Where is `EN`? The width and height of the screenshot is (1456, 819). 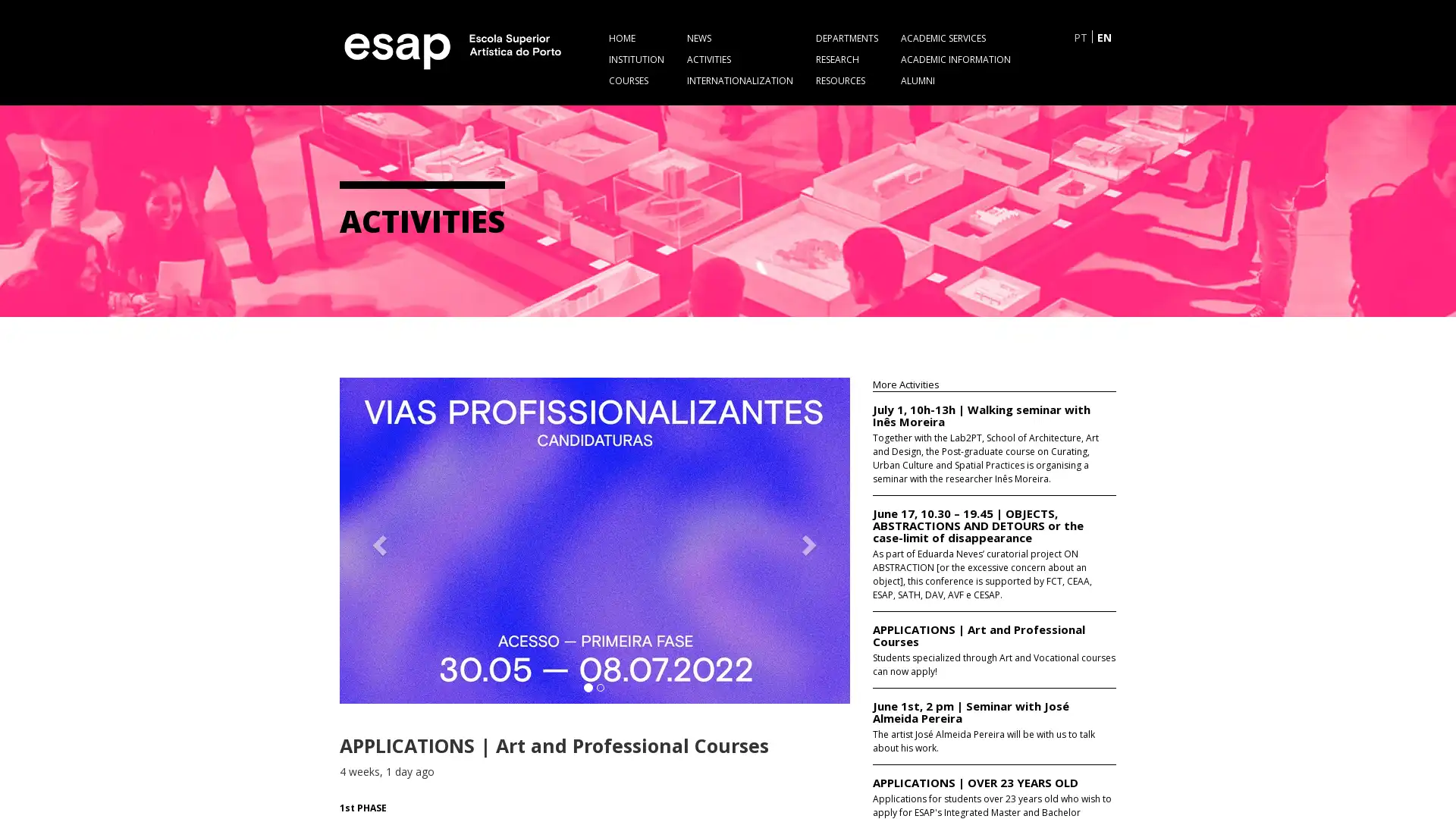 EN is located at coordinates (1104, 36).